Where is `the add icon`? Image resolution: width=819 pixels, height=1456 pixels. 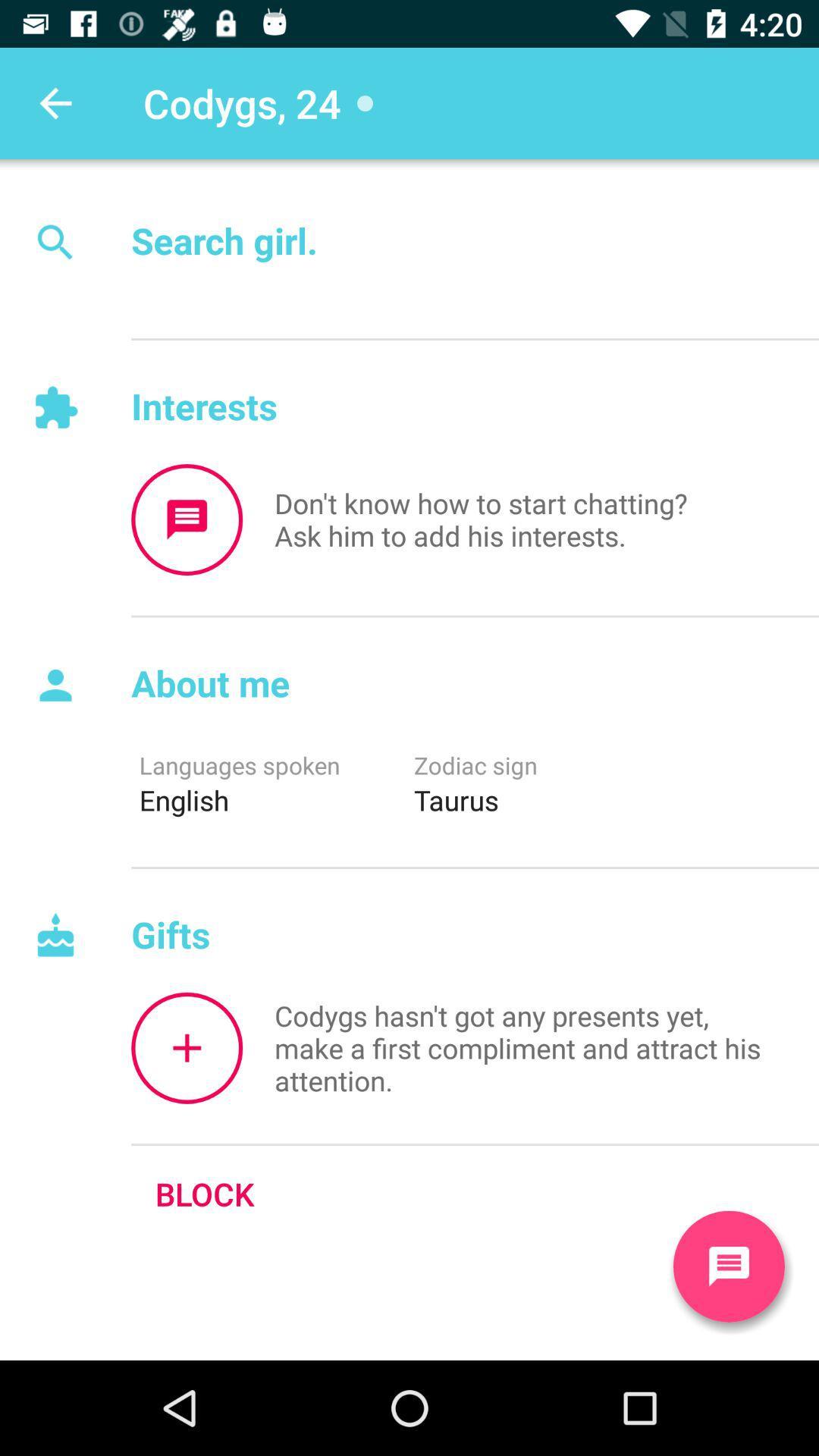 the add icon is located at coordinates (186, 1047).